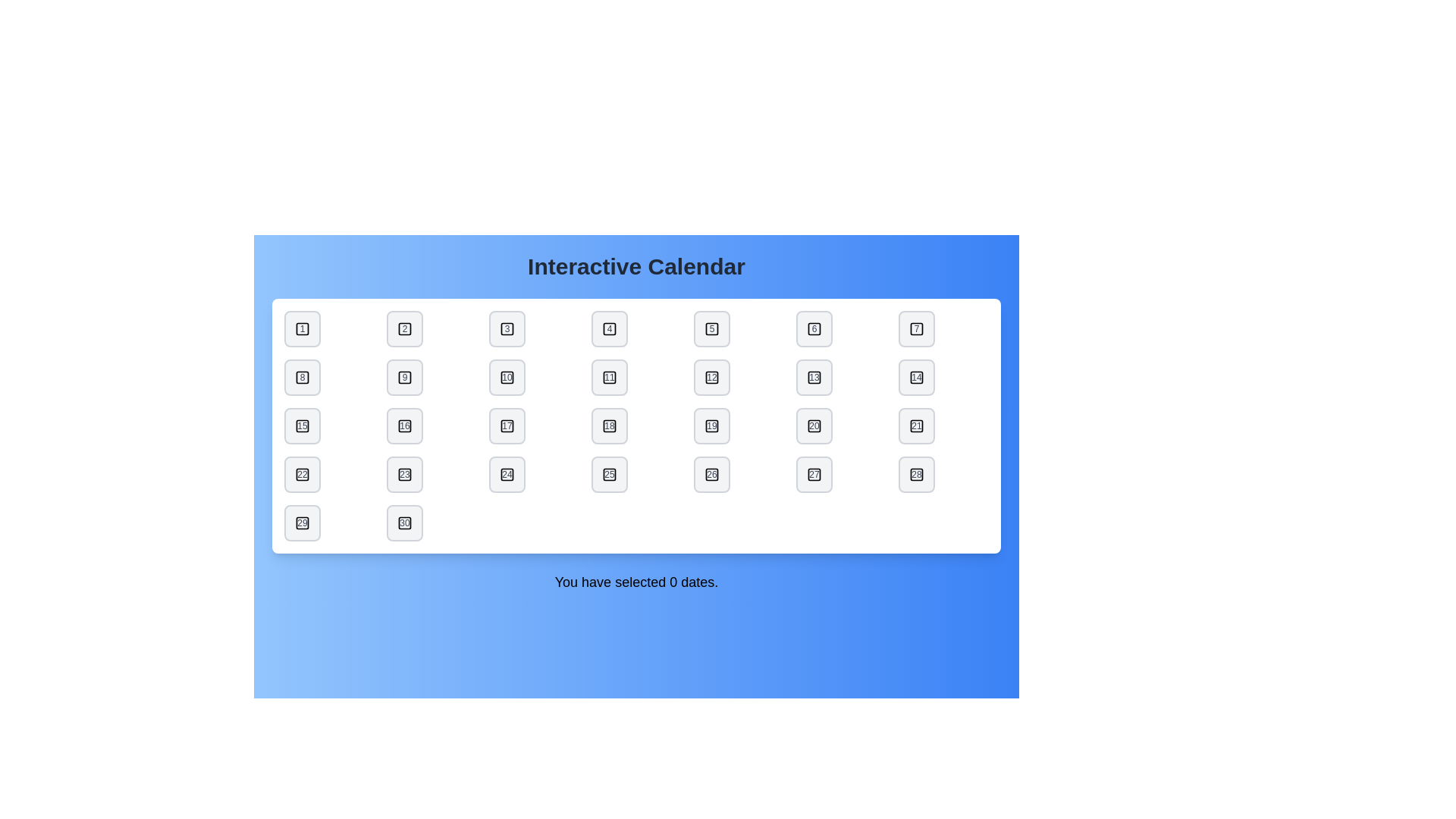 Image resolution: width=1456 pixels, height=819 pixels. Describe the element at coordinates (610, 426) in the screenshot. I see `the date button labeled 18 to toggle its selection state` at that location.